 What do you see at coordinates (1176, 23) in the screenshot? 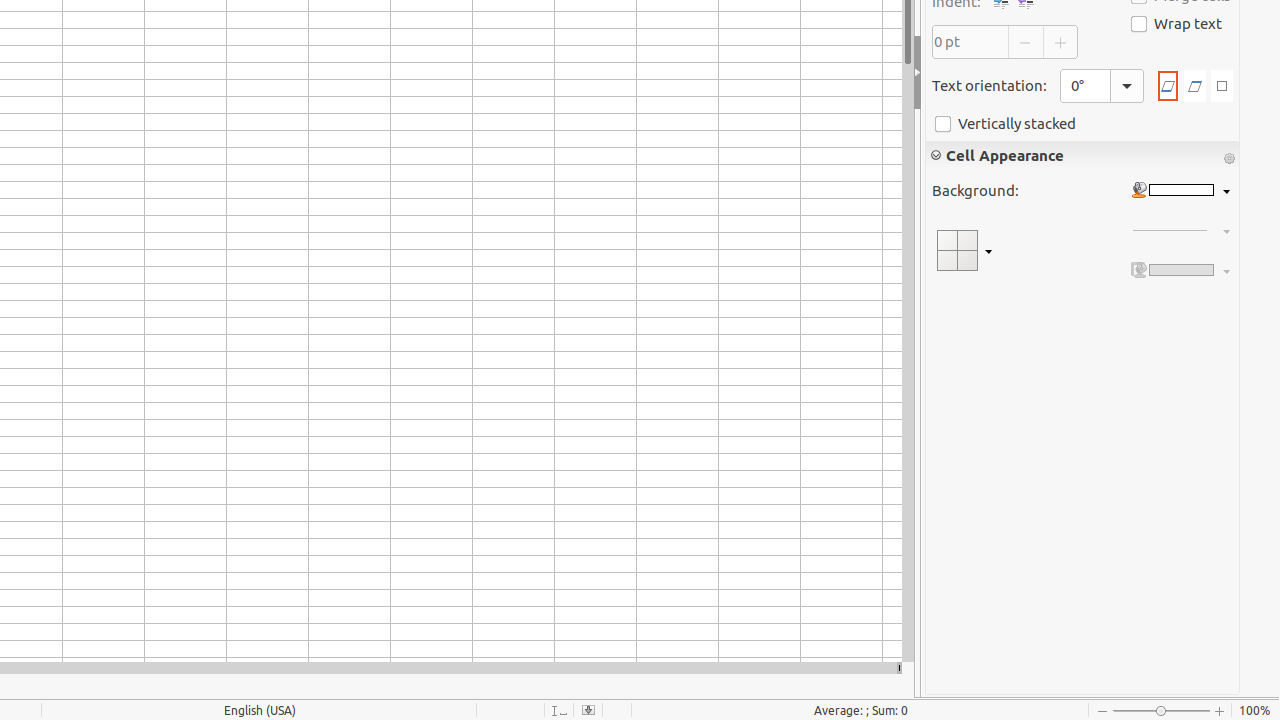
I see `'Wrap text'` at bounding box center [1176, 23].